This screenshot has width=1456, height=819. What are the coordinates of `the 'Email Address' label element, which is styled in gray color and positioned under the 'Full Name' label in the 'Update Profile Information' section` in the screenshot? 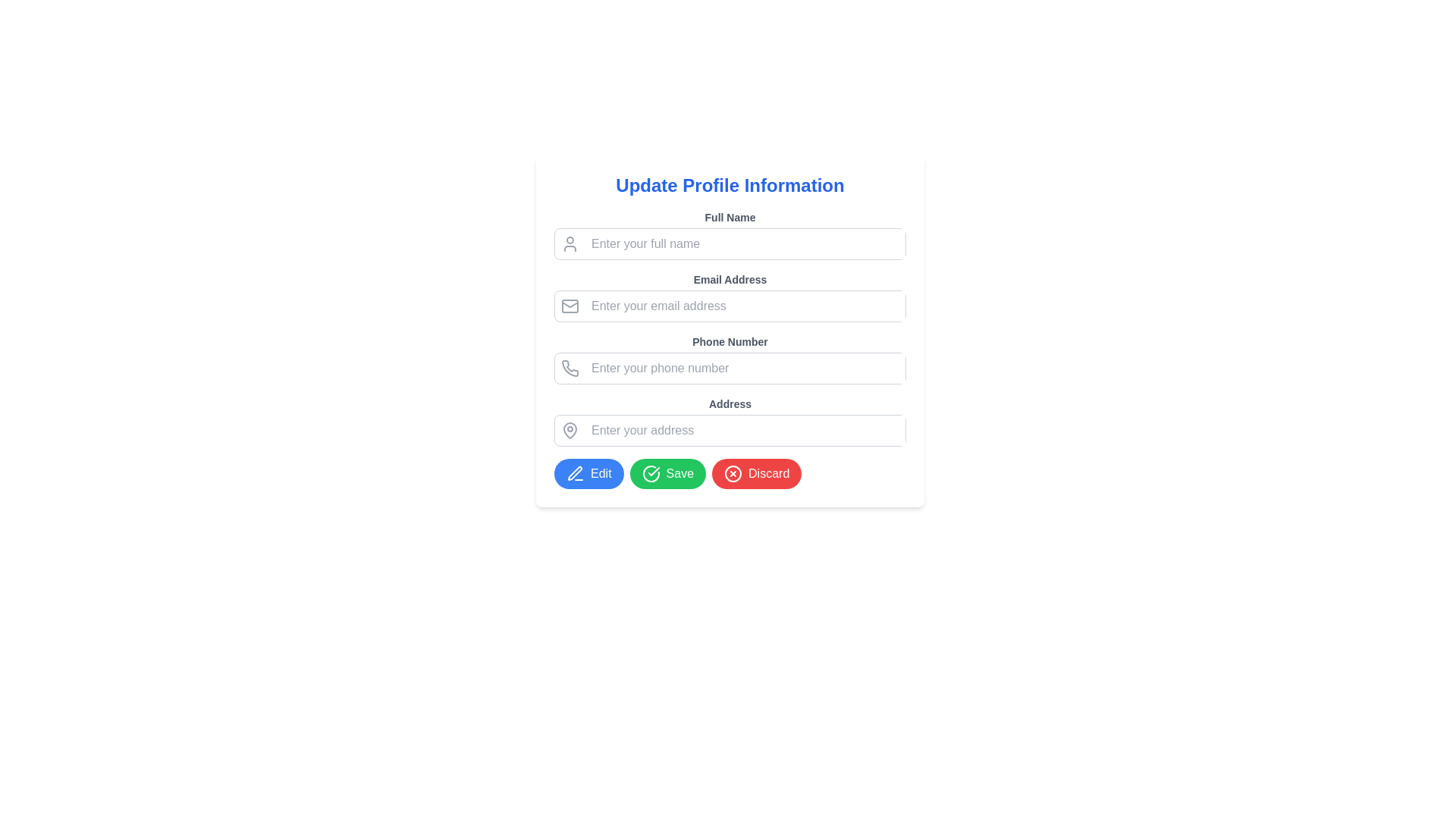 It's located at (730, 280).